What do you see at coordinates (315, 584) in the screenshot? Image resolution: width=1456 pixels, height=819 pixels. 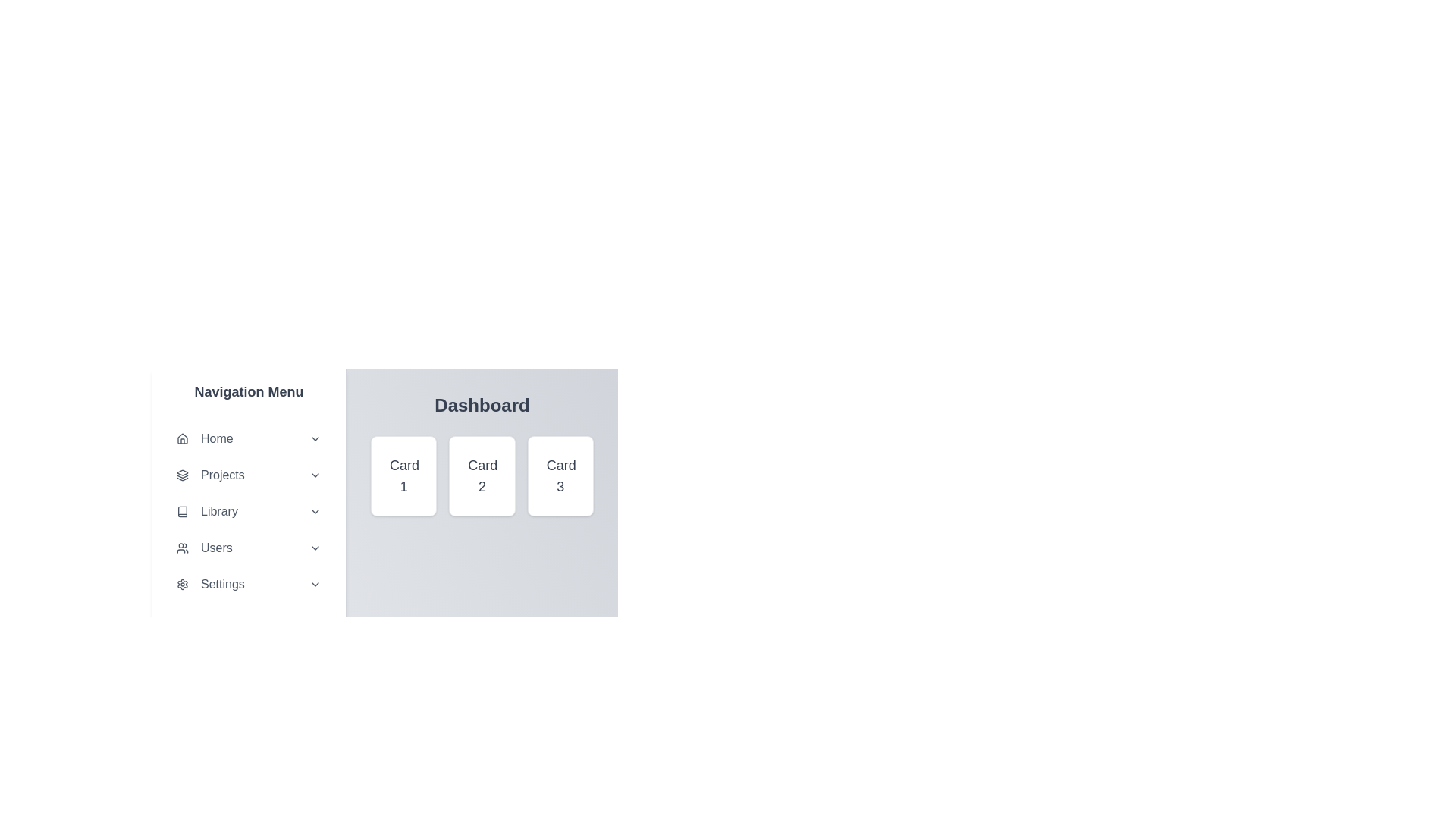 I see `the Dropdown toggle icon located at the far right of the Settings text in the navigation menu` at bounding box center [315, 584].